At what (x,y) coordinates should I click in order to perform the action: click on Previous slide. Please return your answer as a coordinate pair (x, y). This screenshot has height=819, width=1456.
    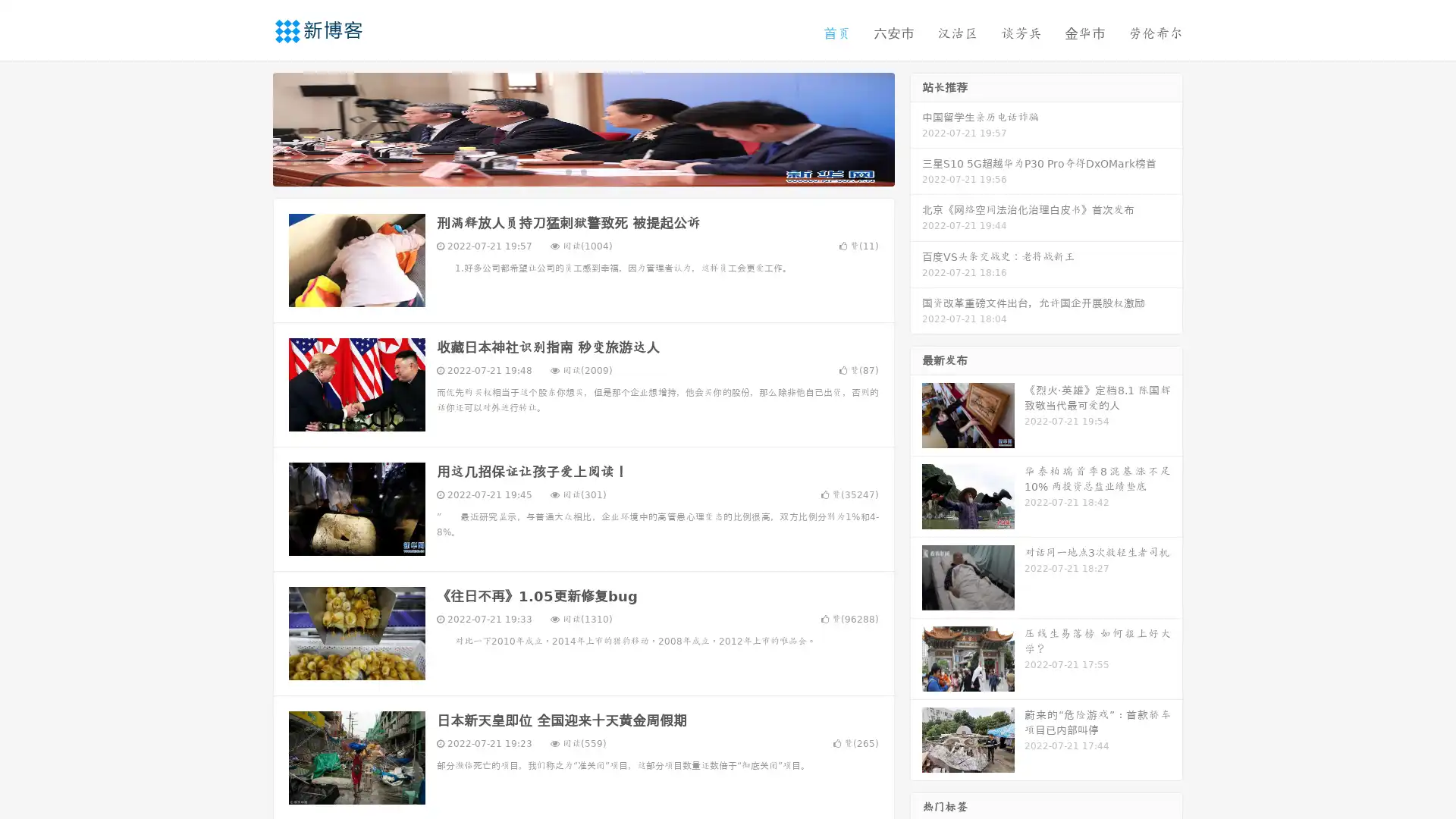
    Looking at the image, I should click on (250, 127).